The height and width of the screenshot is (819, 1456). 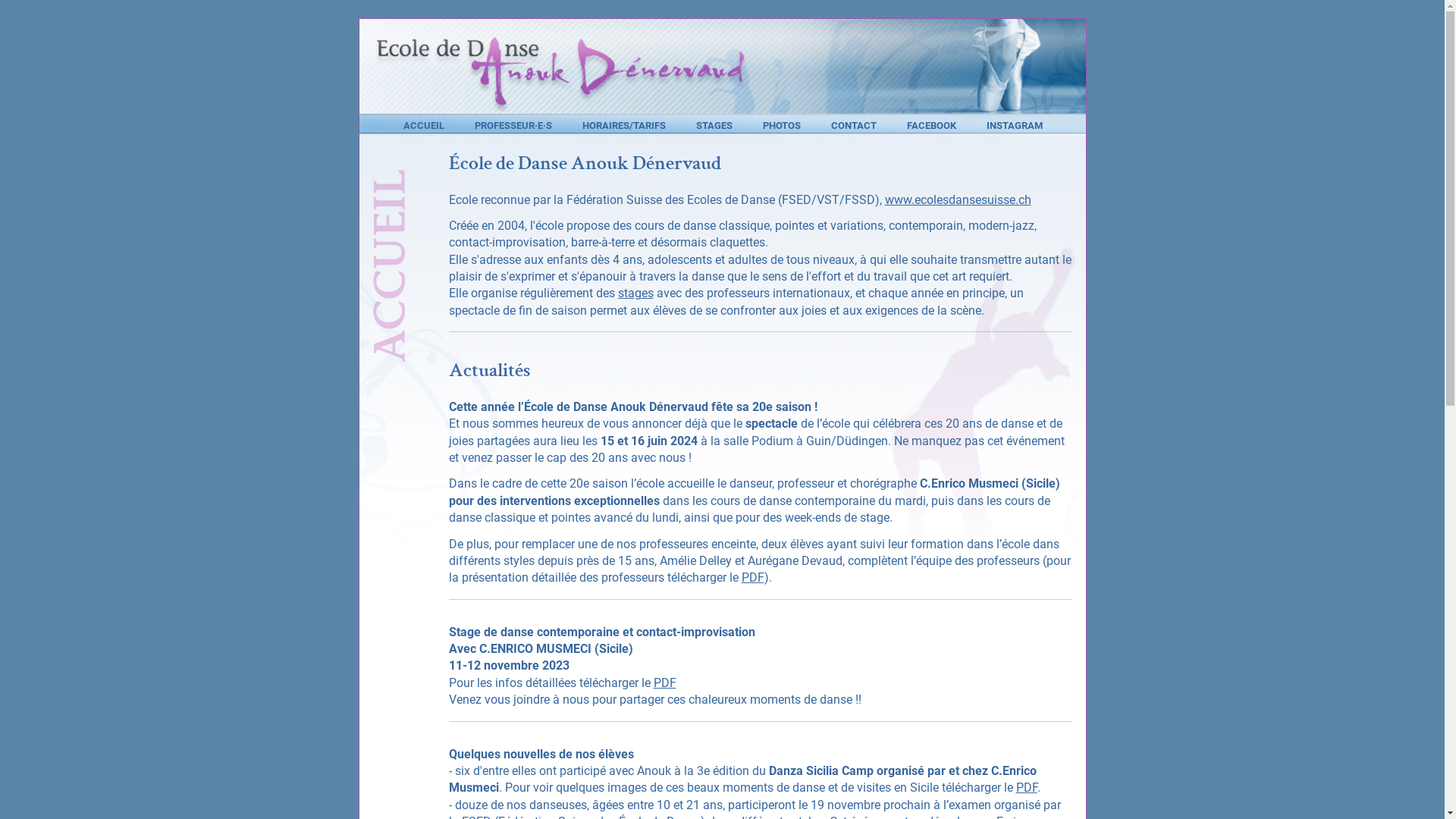 What do you see at coordinates (753, 577) in the screenshot?
I see `'PDF'` at bounding box center [753, 577].